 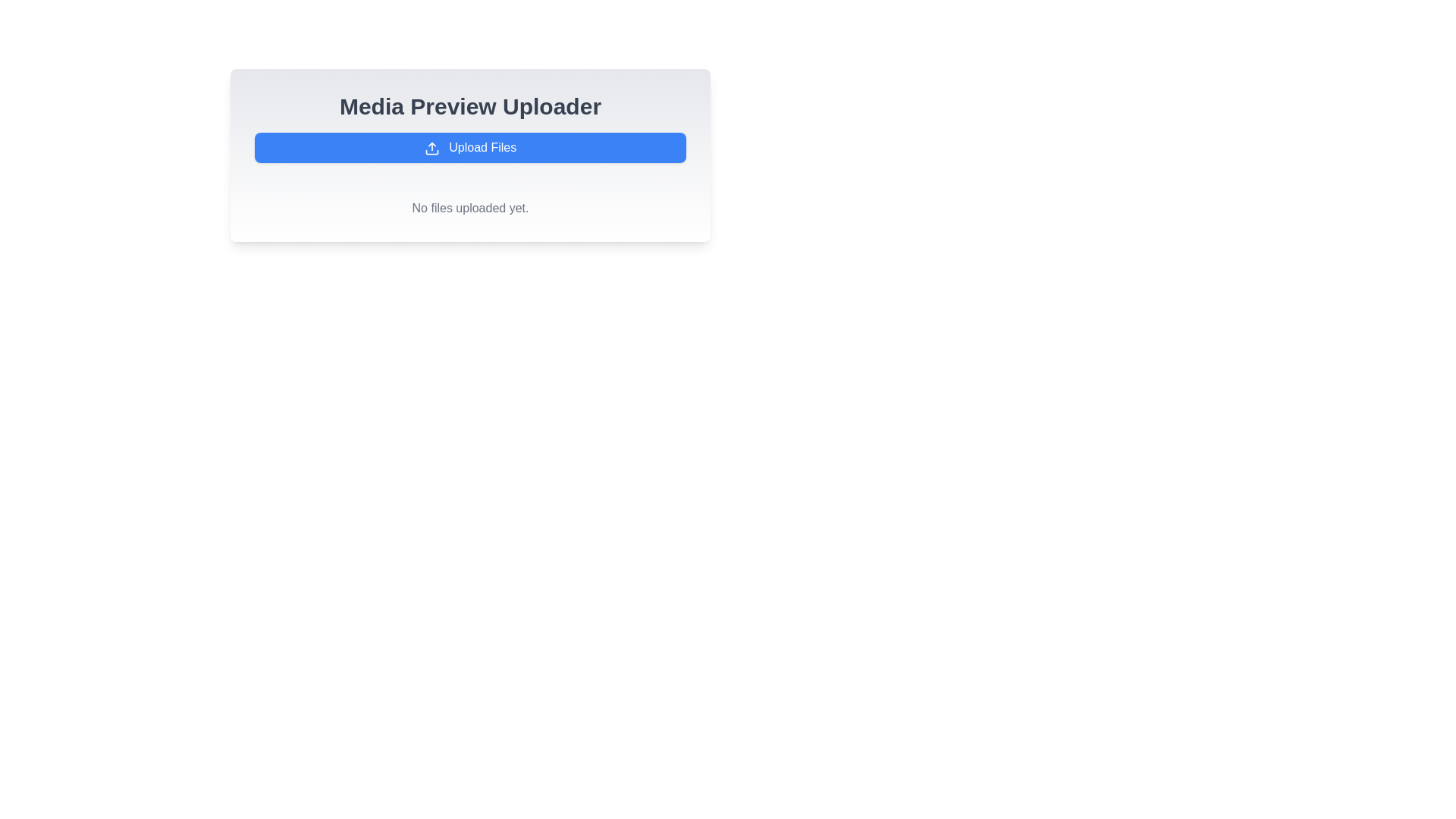 I want to click on the text label 'Media Preview Uploader', which is styled with a bold and large sans-serif font and is centered on a white background above the blue button labeled 'Upload Files', so click(x=469, y=106).